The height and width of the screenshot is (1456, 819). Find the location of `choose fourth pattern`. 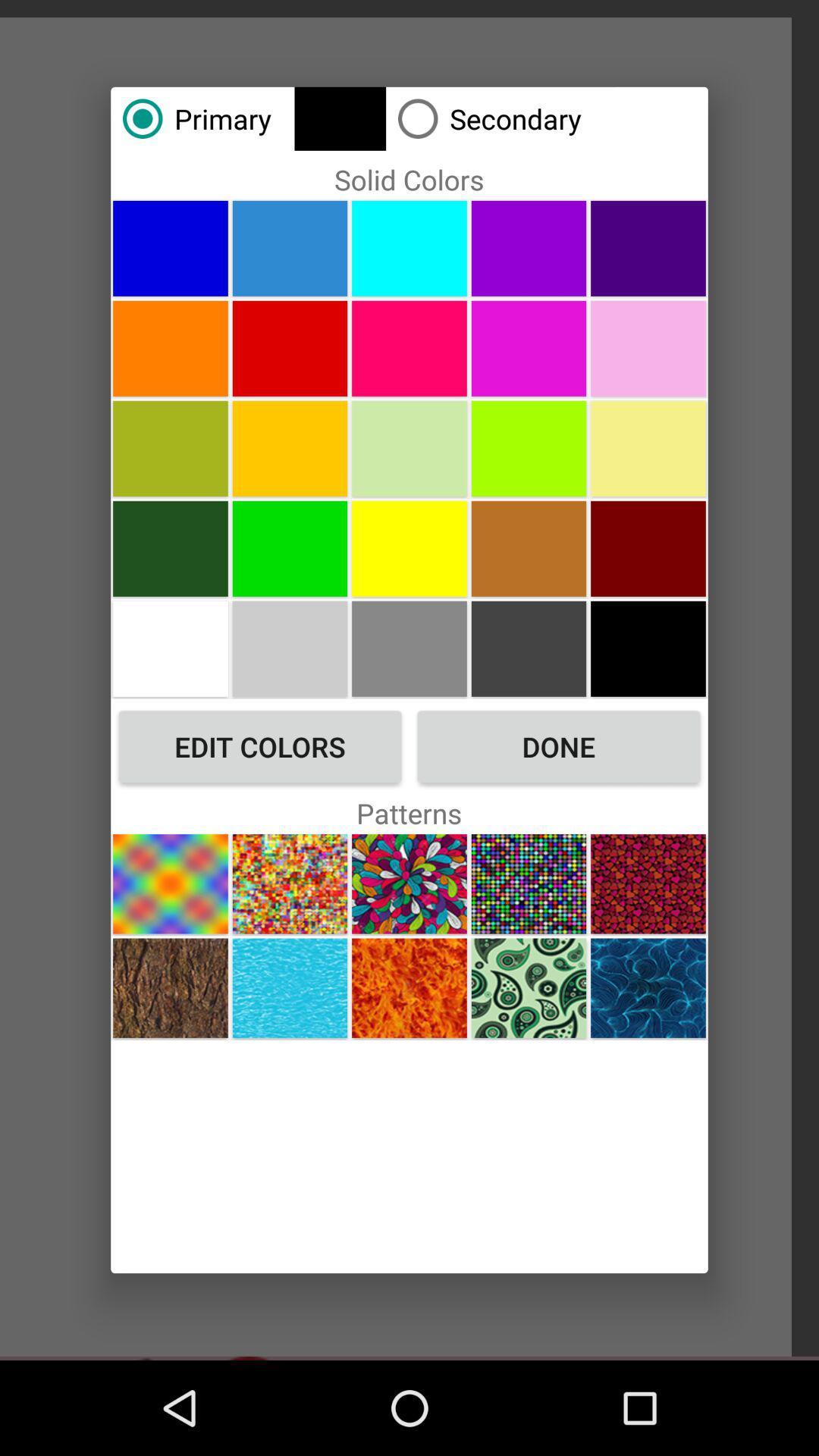

choose fourth pattern is located at coordinates (528, 883).